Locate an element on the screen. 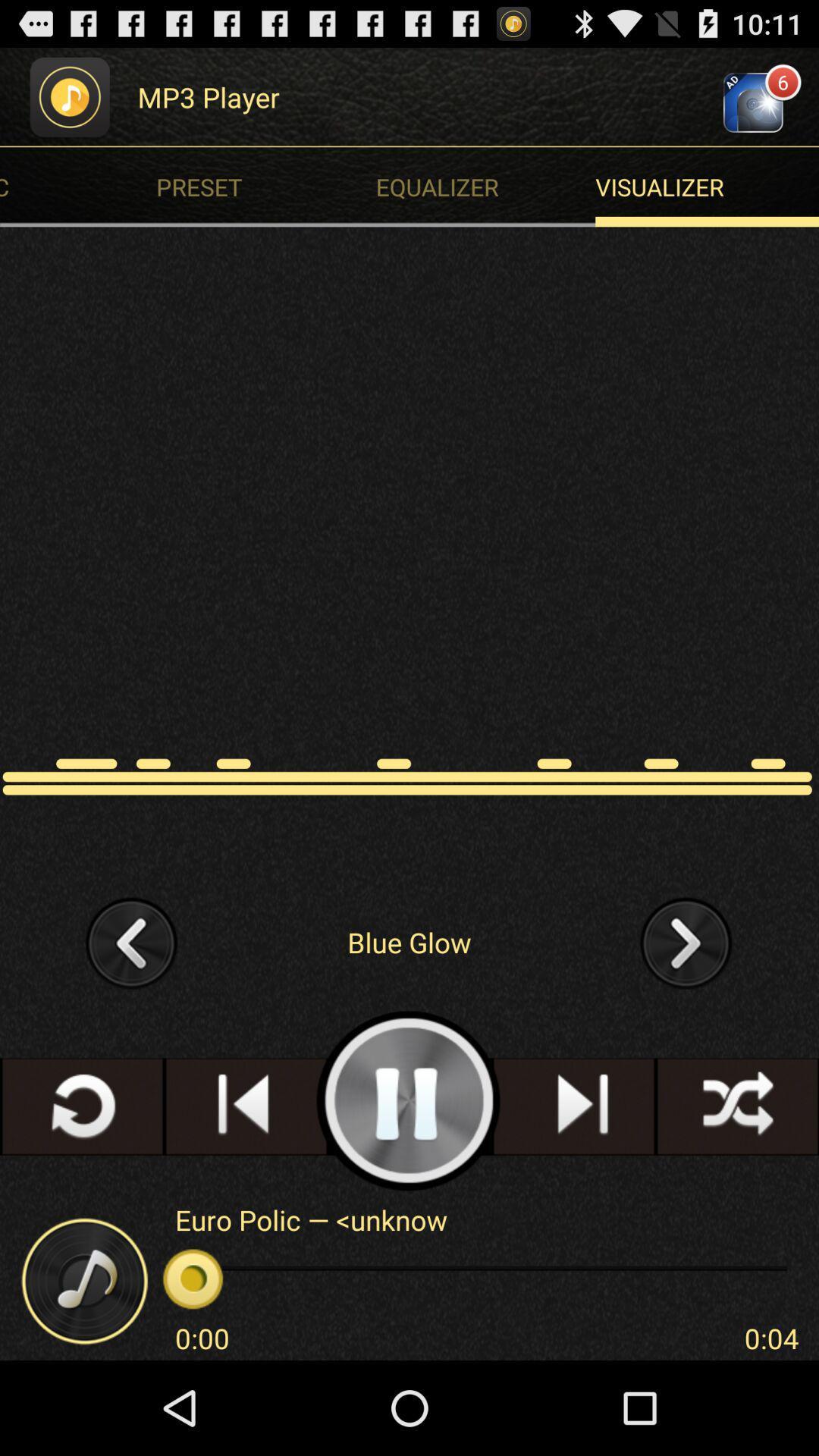 Image resolution: width=819 pixels, height=1456 pixels. equalizer radio button is located at coordinates (489, 186).